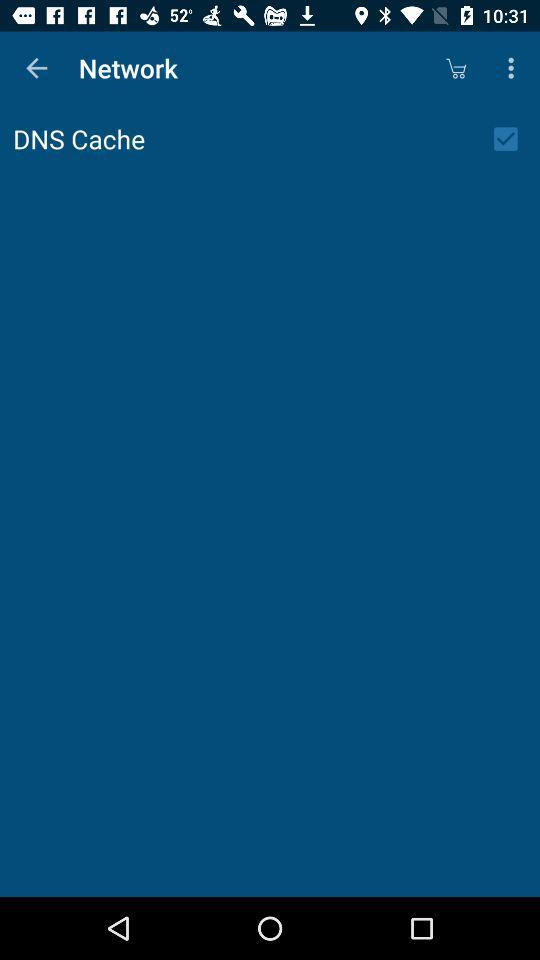 This screenshot has width=540, height=960. What do you see at coordinates (36, 68) in the screenshot?
I see `the item to the left of the network app` at bounding box center [36, 68].